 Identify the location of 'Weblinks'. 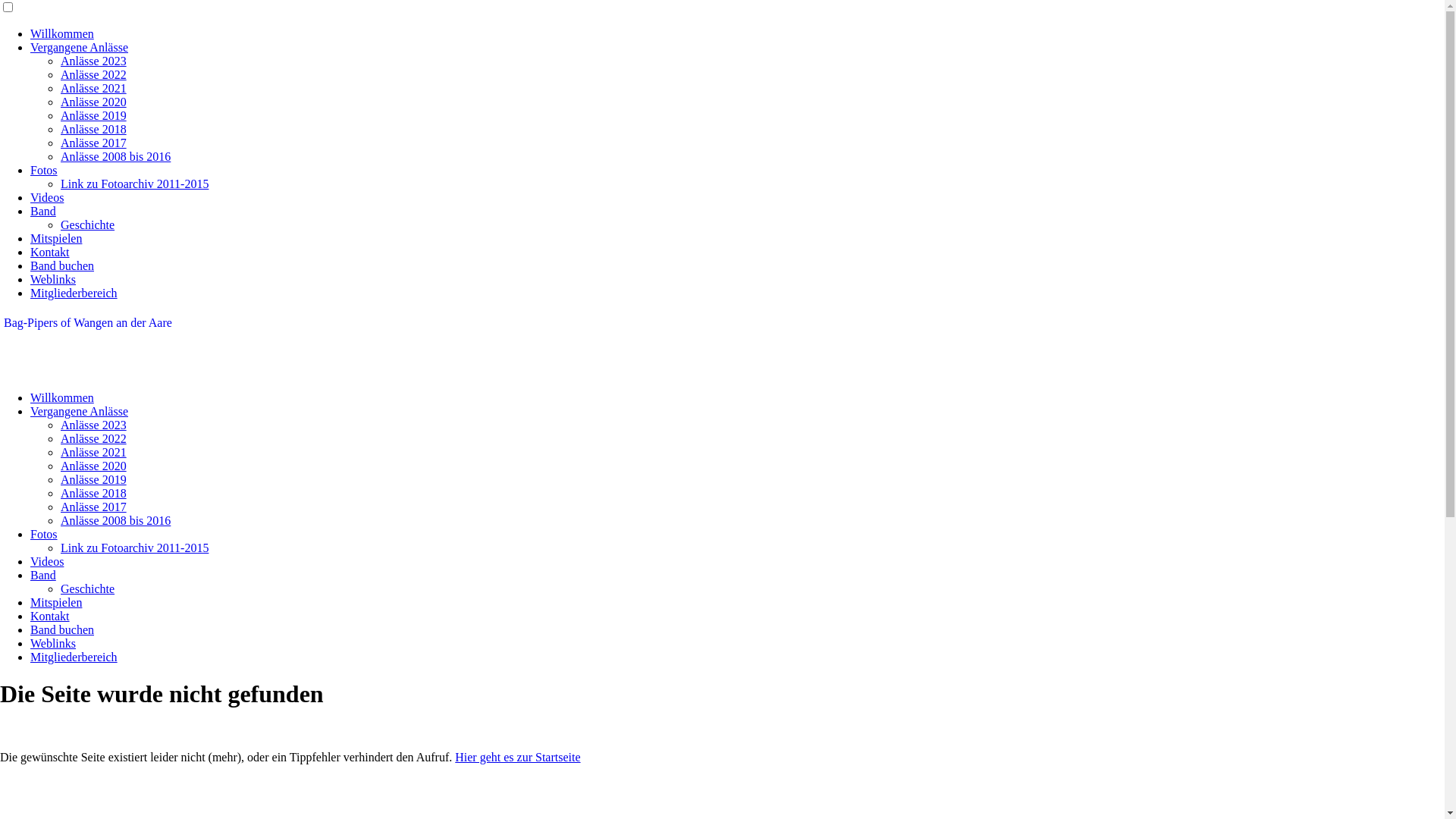
(30, 643).